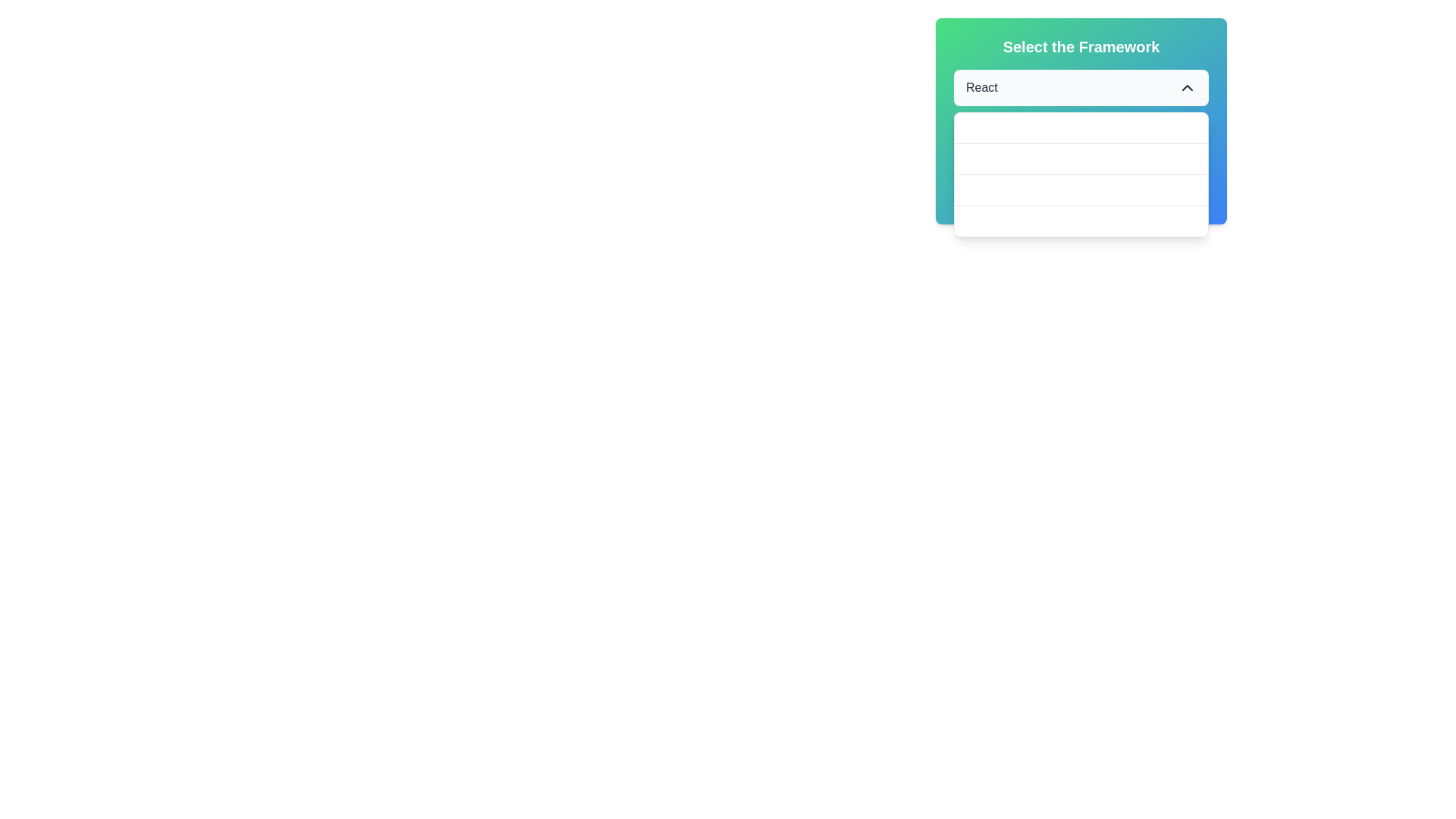 This screenshot has width=1456, height=819. What do you see at coordinates (1186, 87) in the screenshot?
I see `the icon located near the top-right corner of the dropdown menu, to the right of the 'React' label` at bounding box center [1186, 87].